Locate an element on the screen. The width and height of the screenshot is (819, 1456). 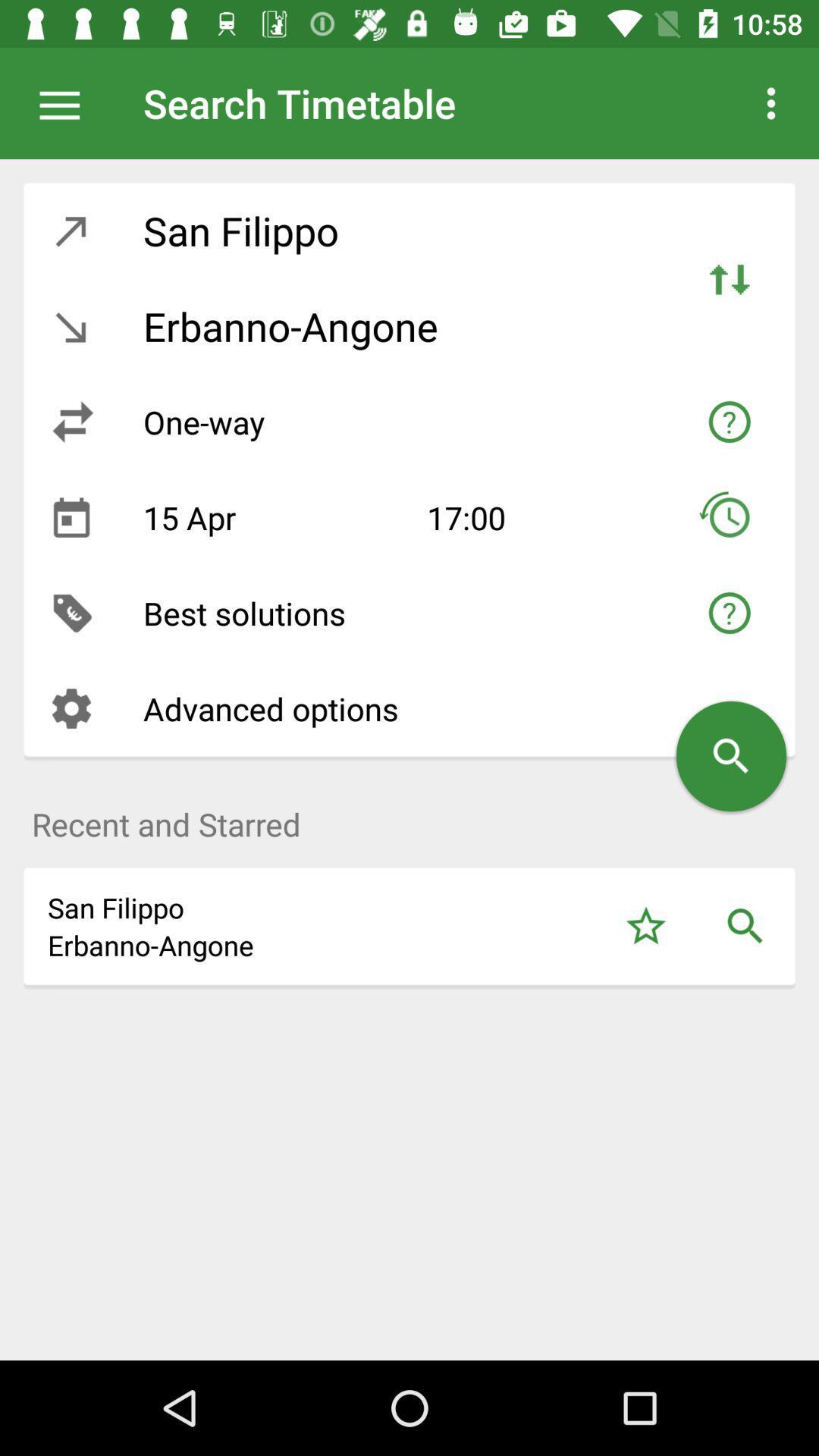
the icon next to the 15 apr icon is located at coordinates (71, 517).